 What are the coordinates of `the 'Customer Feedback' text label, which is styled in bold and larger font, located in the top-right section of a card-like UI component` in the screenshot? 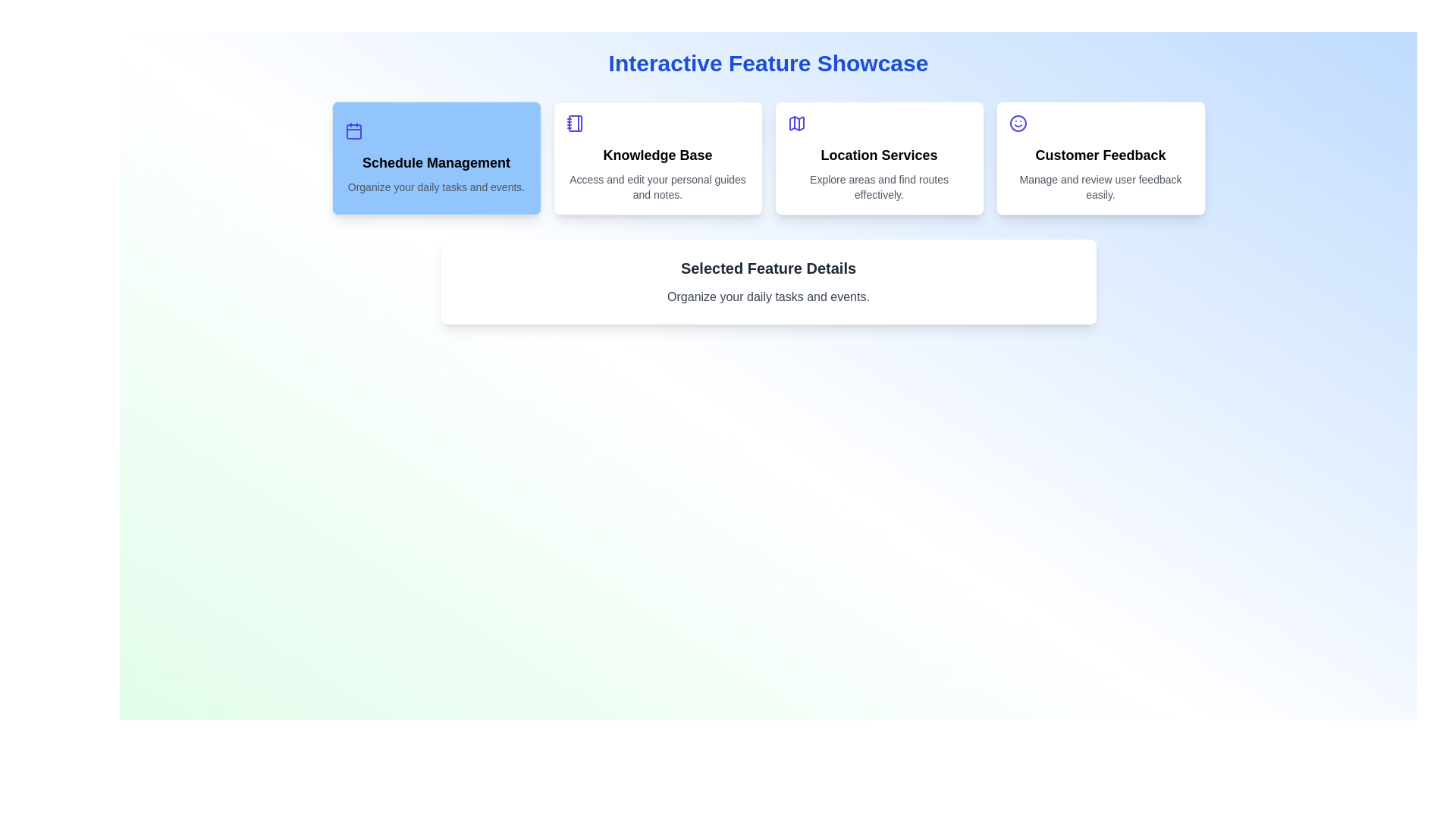 It's located at (1100, 155).